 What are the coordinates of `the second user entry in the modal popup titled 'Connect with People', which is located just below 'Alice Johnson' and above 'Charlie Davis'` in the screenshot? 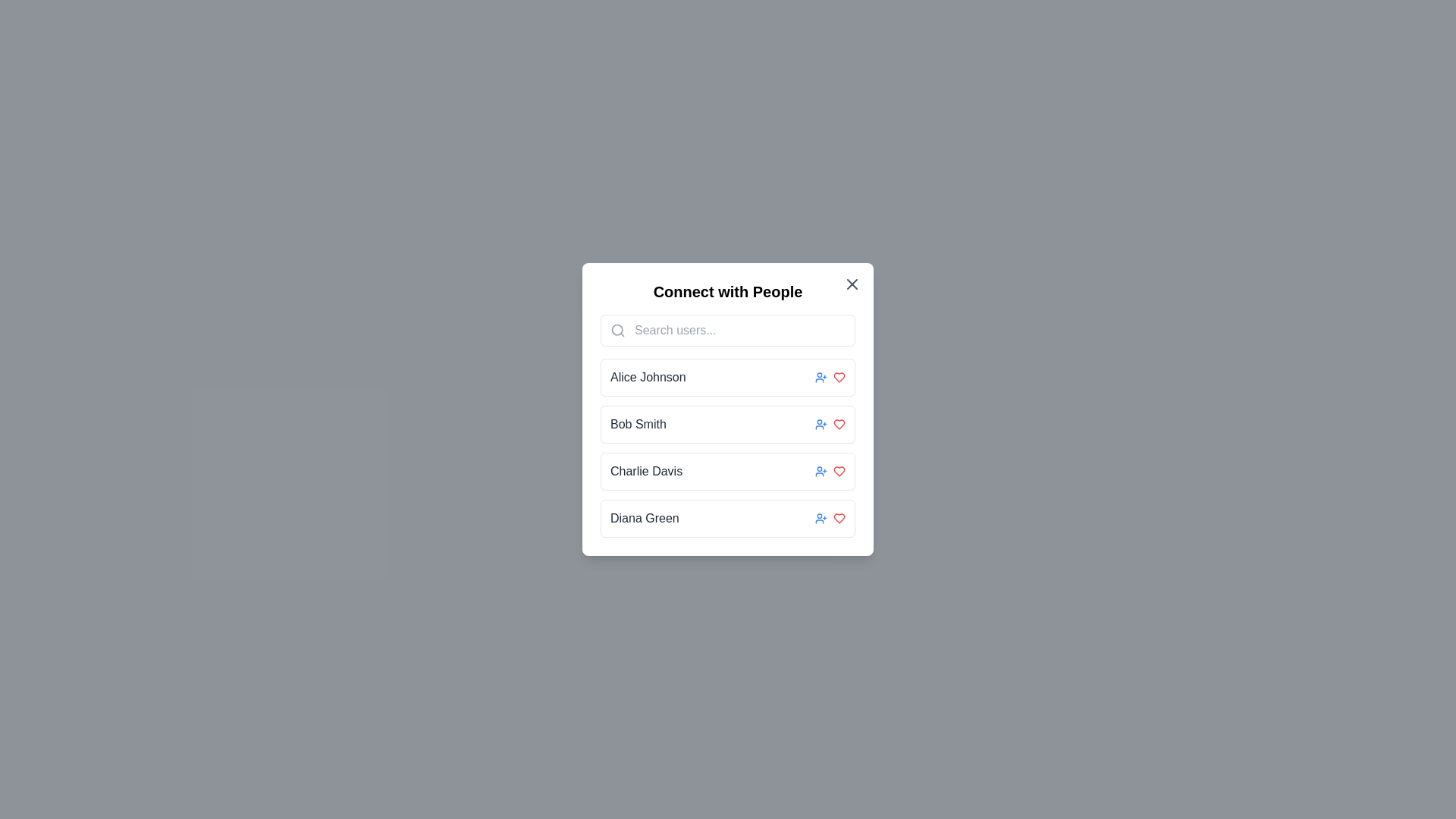 It's located at (728, 409).